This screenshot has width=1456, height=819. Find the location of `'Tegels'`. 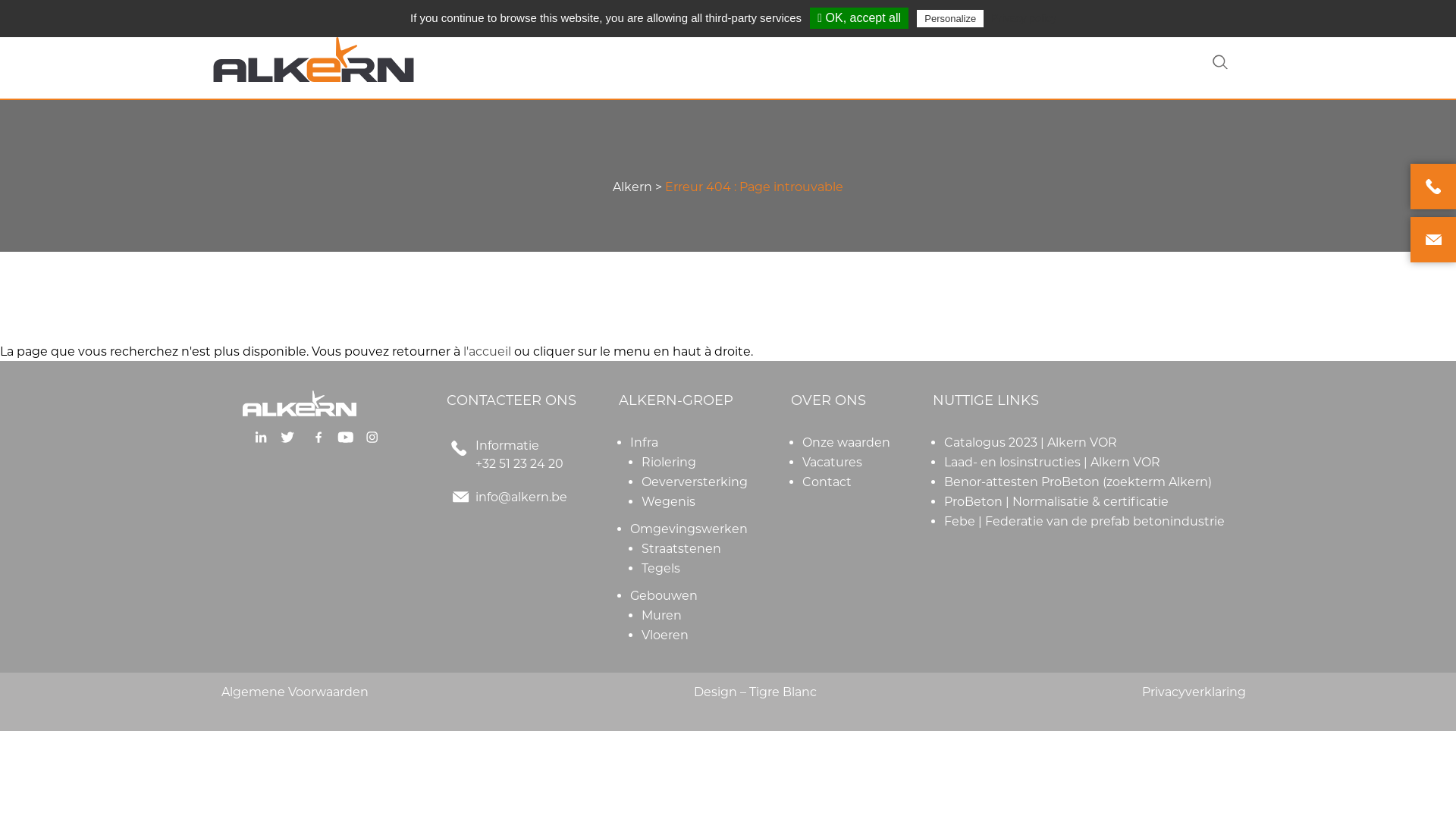

'Tegels' is located at coordinates (661, 568).